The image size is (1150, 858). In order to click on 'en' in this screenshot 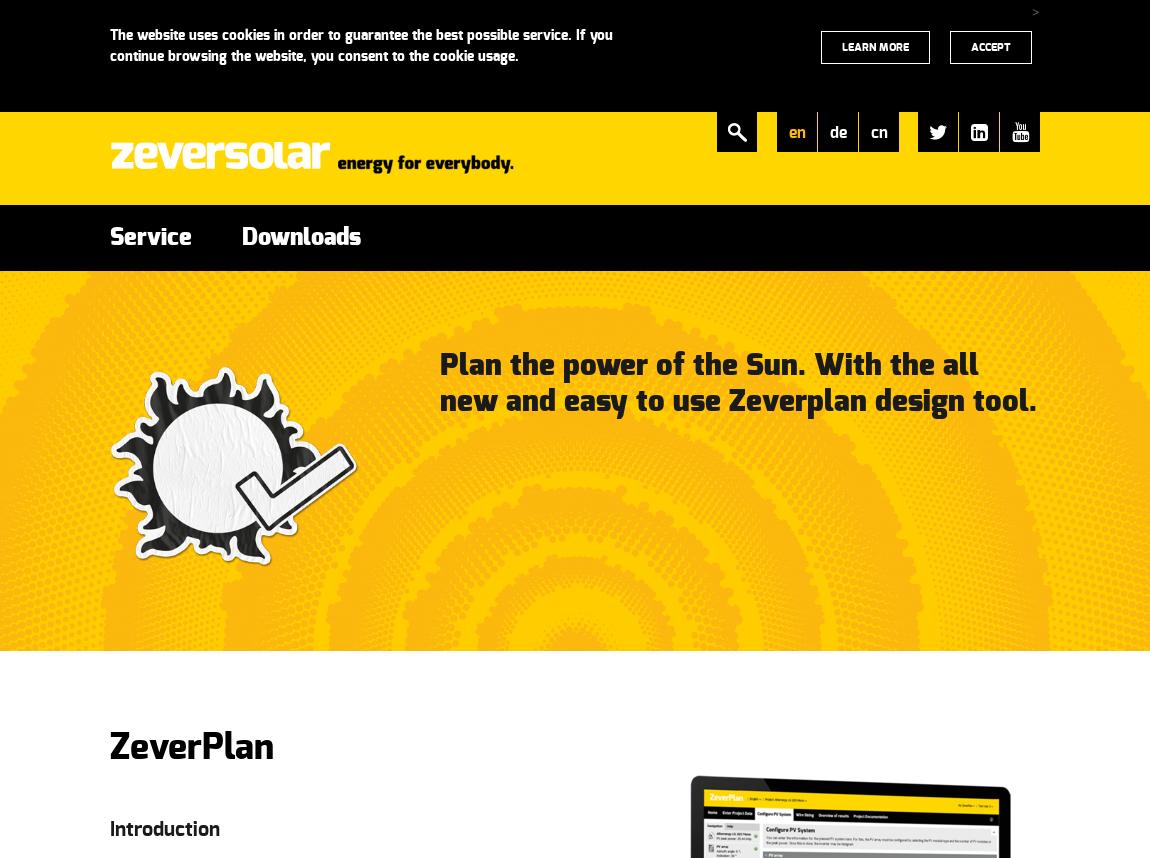, I will do `click(795, 131)`.